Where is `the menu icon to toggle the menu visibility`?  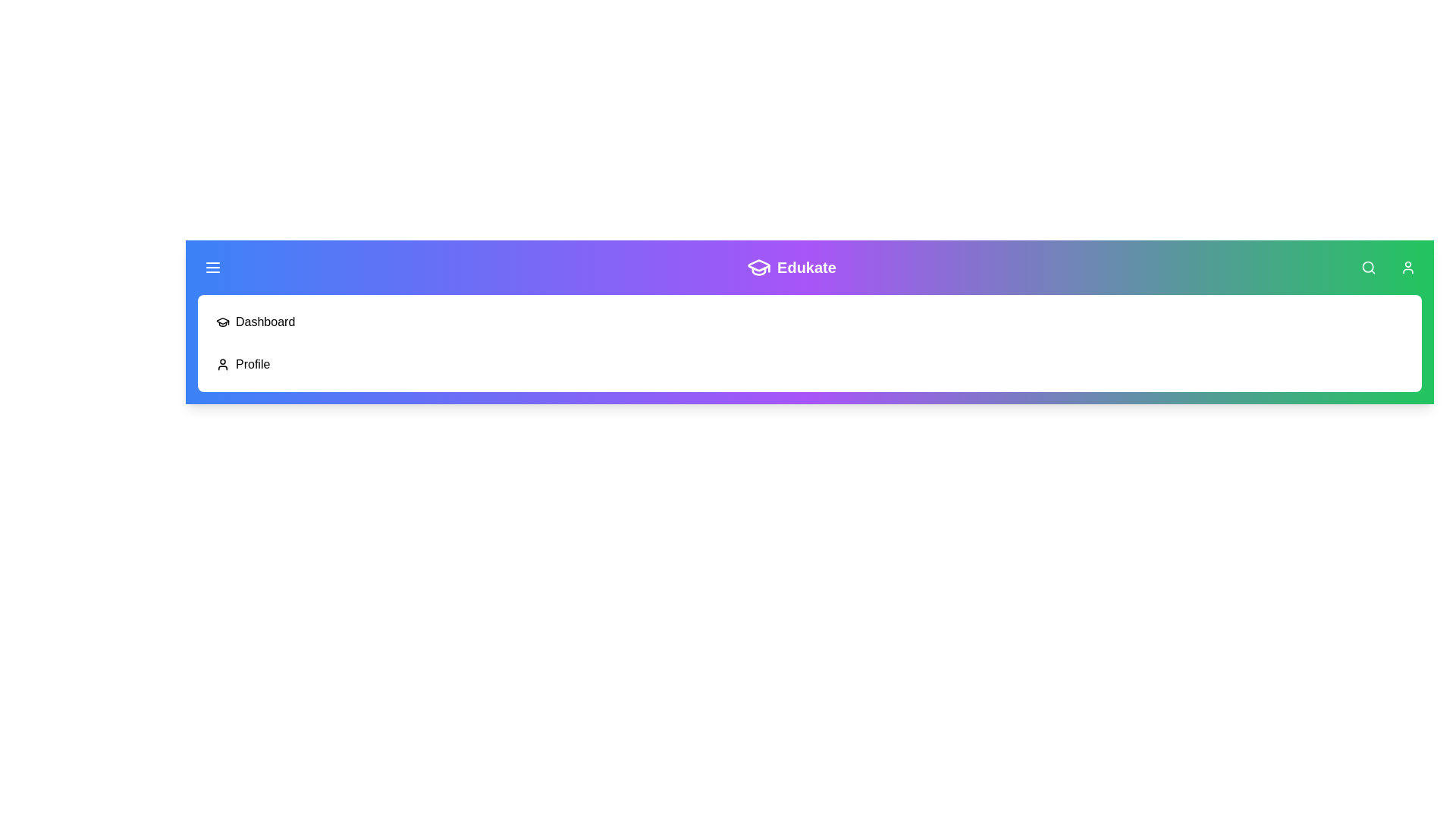 the menu icon to toggle the menu visibility is located at coordinates (212, 267).